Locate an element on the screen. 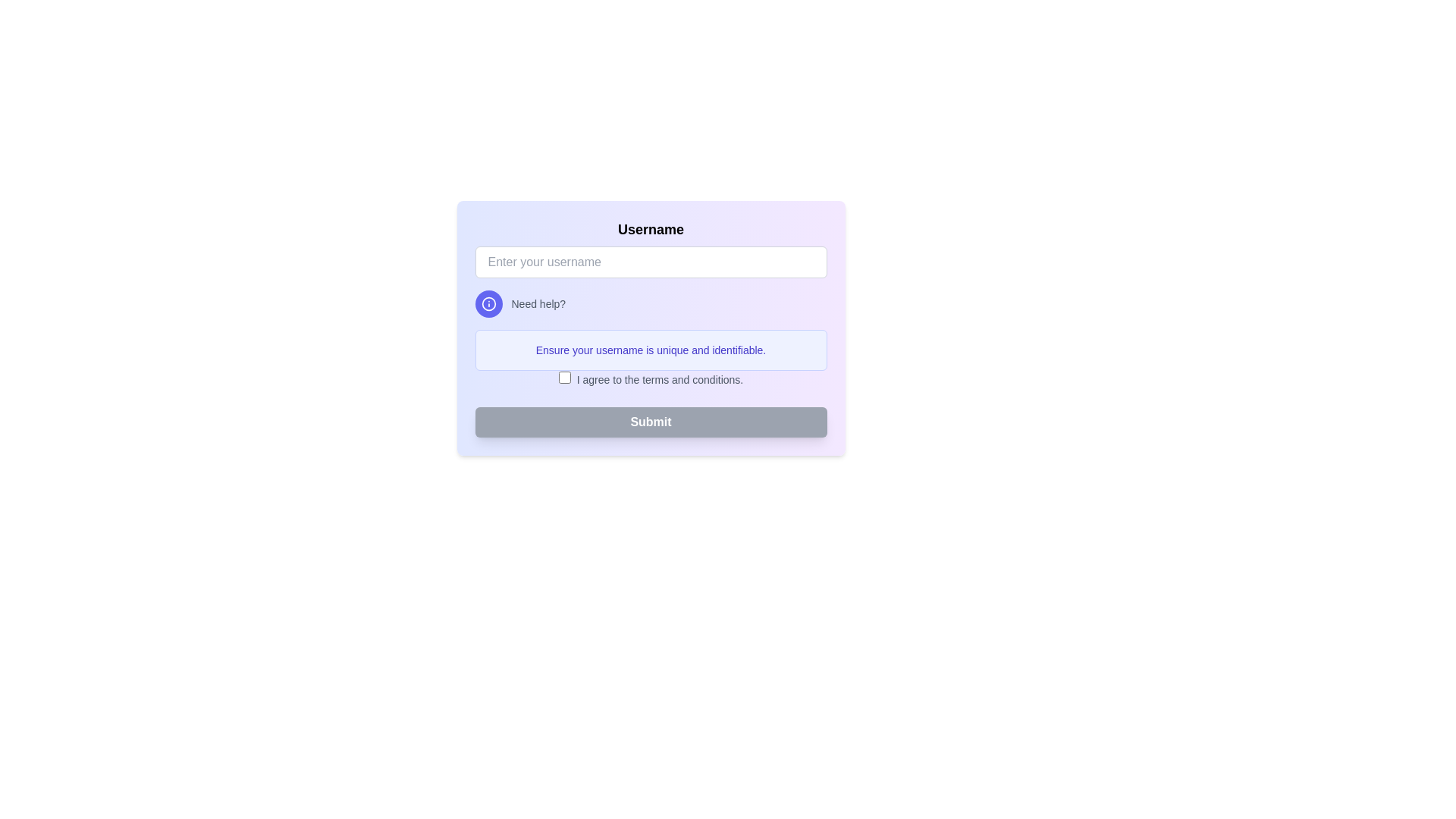 The height and width of the screenshot is (819, 1456). the text label that reads 'I agree to the terms and conditions.' located to the right of a small checkbox in the bottom section of a form interface is located at coordinates (660, 379).